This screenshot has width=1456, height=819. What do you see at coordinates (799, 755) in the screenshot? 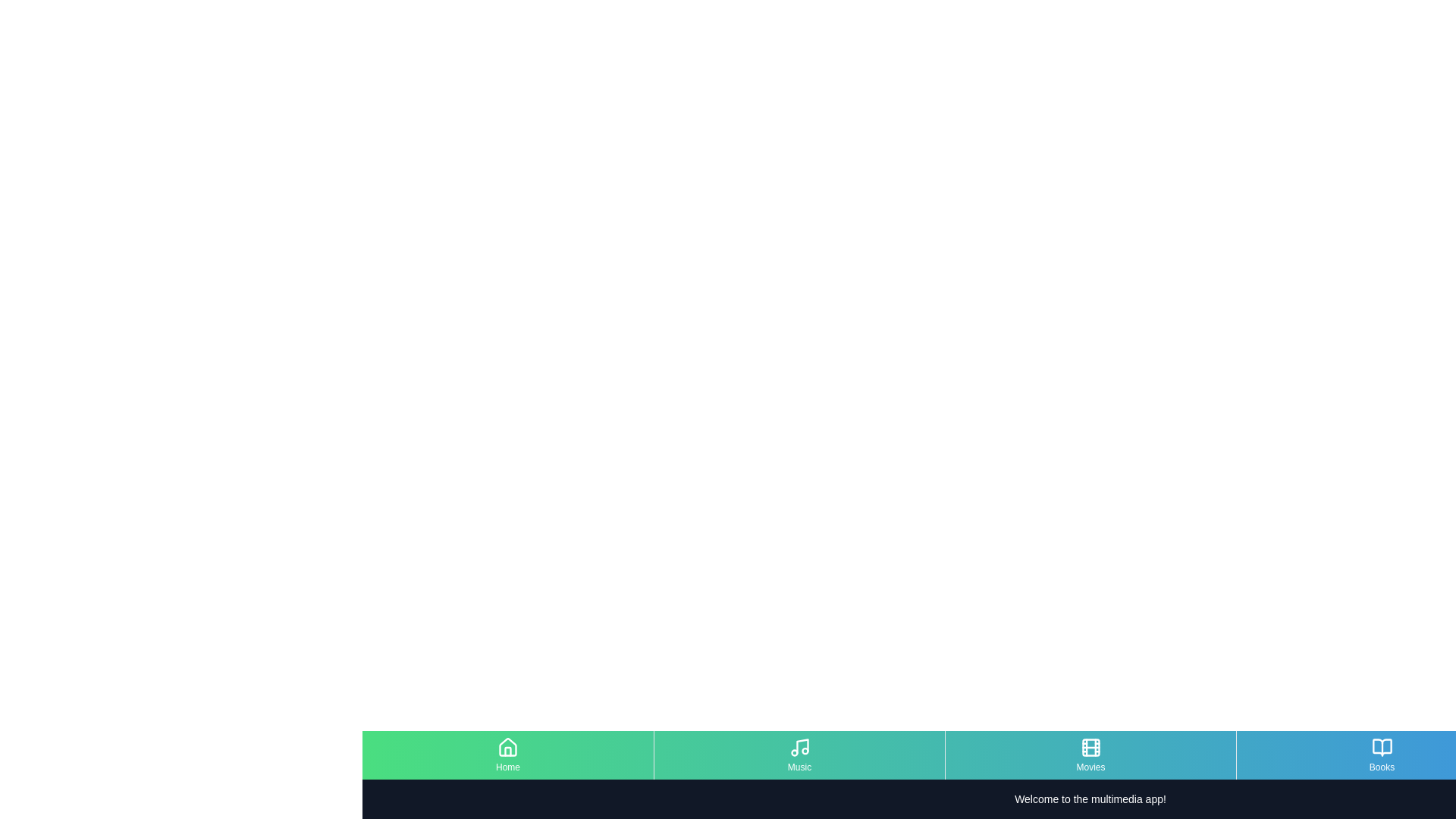
I see `the menu item Music to observe visual changes` at bounding box center [799, 755].